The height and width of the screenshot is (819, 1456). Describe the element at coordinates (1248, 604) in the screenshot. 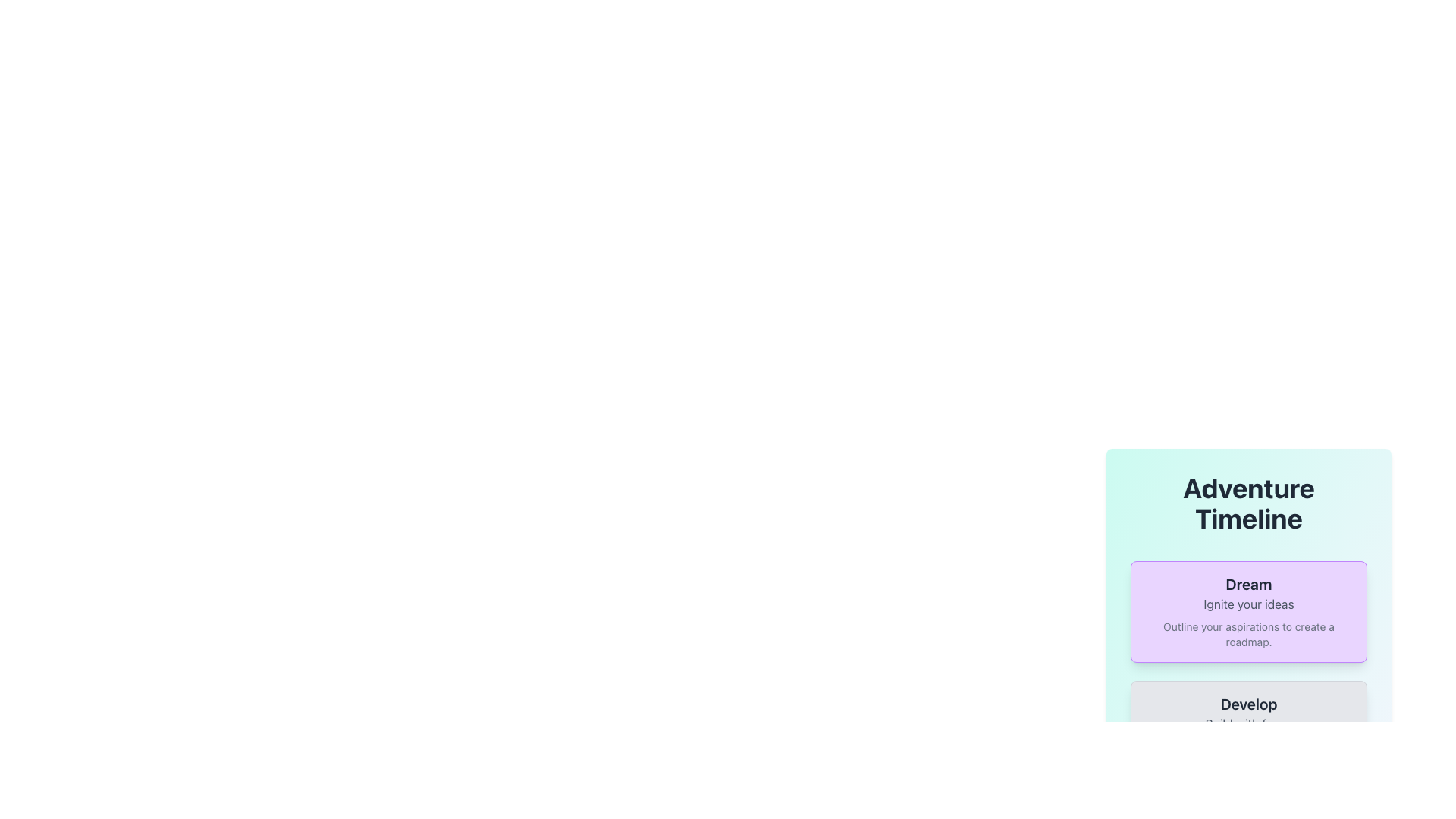

I see `the descriptive text element located within the purple card, which provides context related to the title 'Dream'` at that location.